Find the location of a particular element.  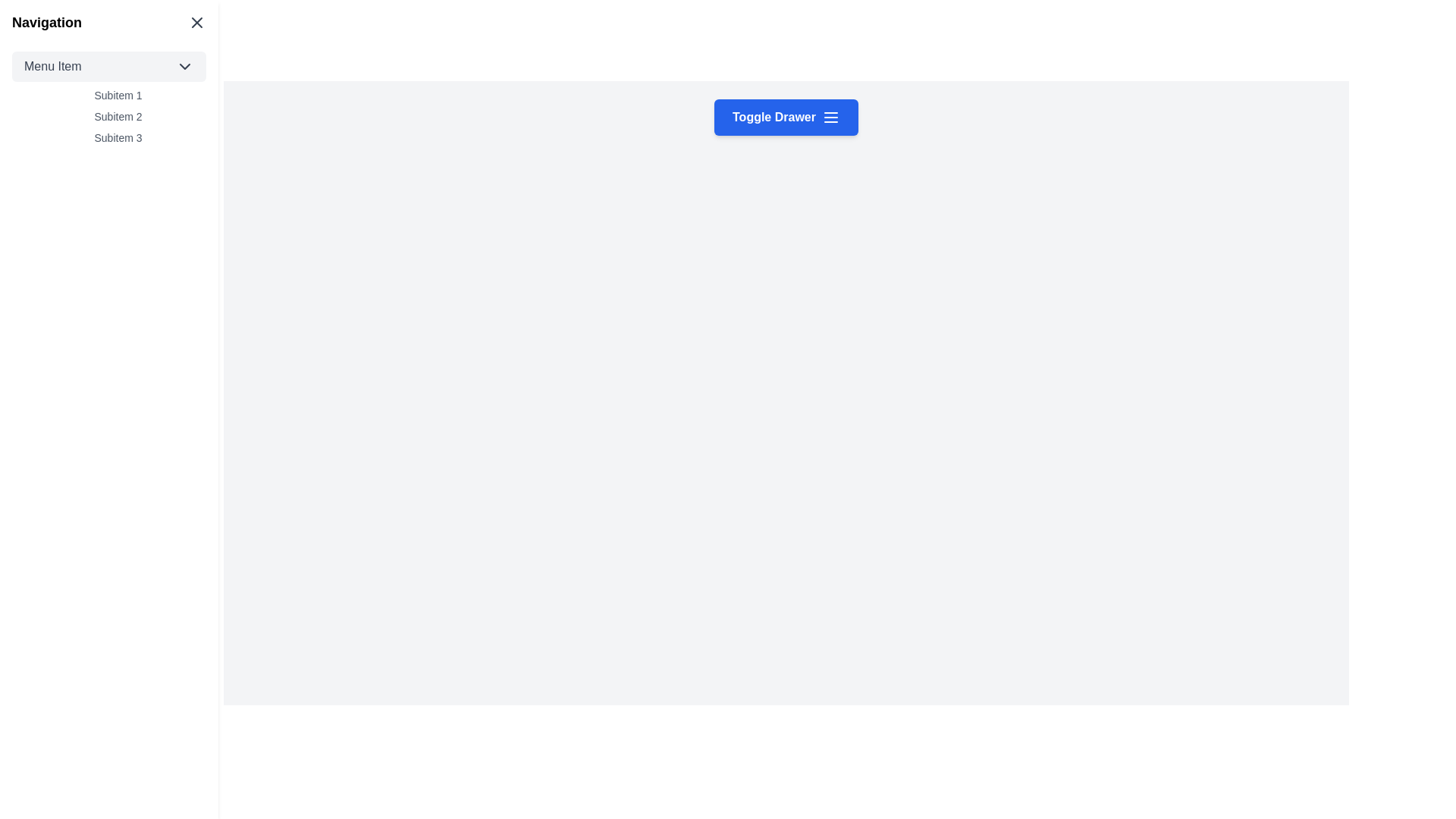

the static text label displaying 'Subitem 3', which is styled in a smaller text size and muted gray color, located towards the center-left of the interface inside a vertical navigation menu is located at coordinates (118, 137).